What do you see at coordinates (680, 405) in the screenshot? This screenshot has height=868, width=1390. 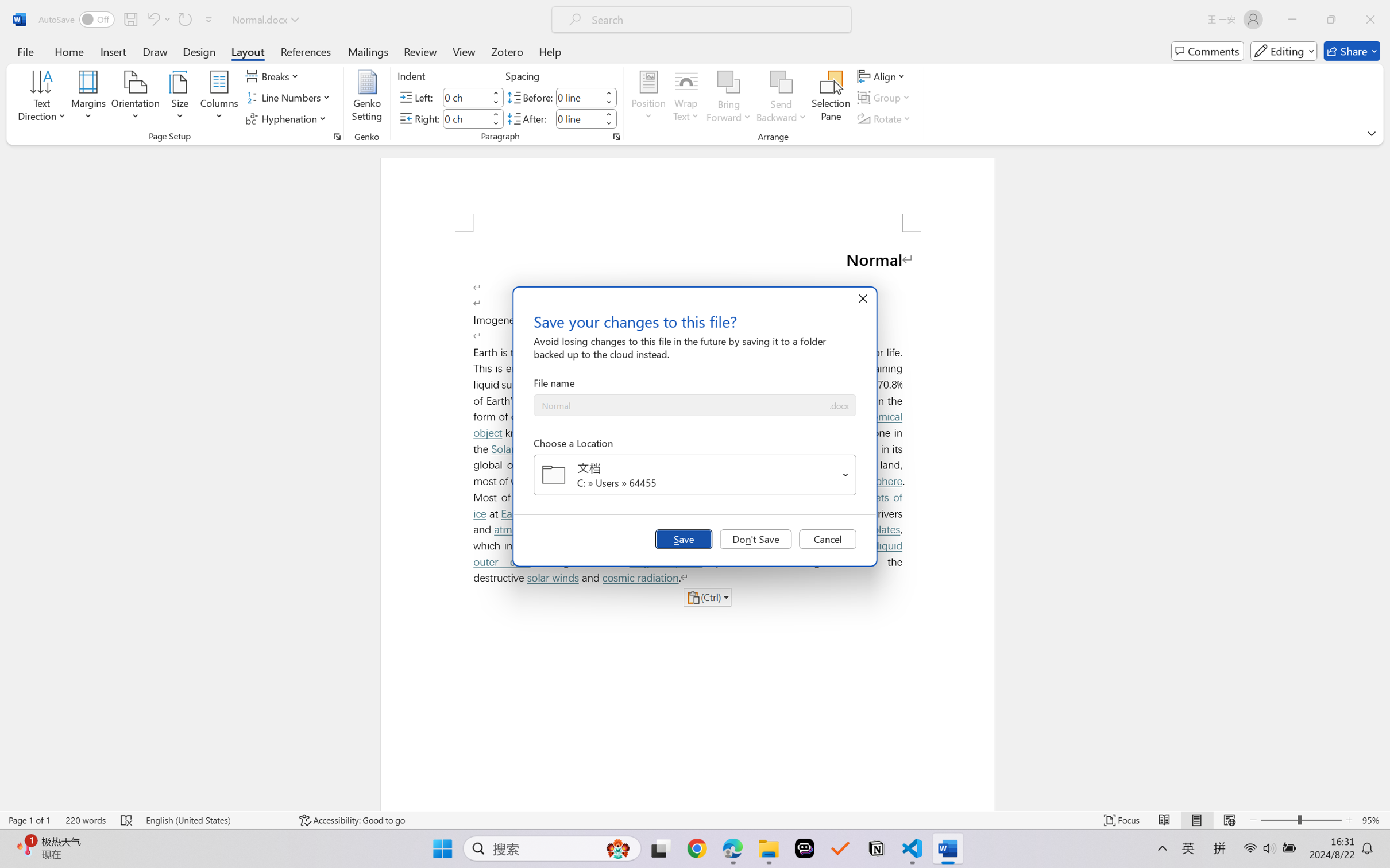 I see `'File name'` at bounding box center [680, 405].